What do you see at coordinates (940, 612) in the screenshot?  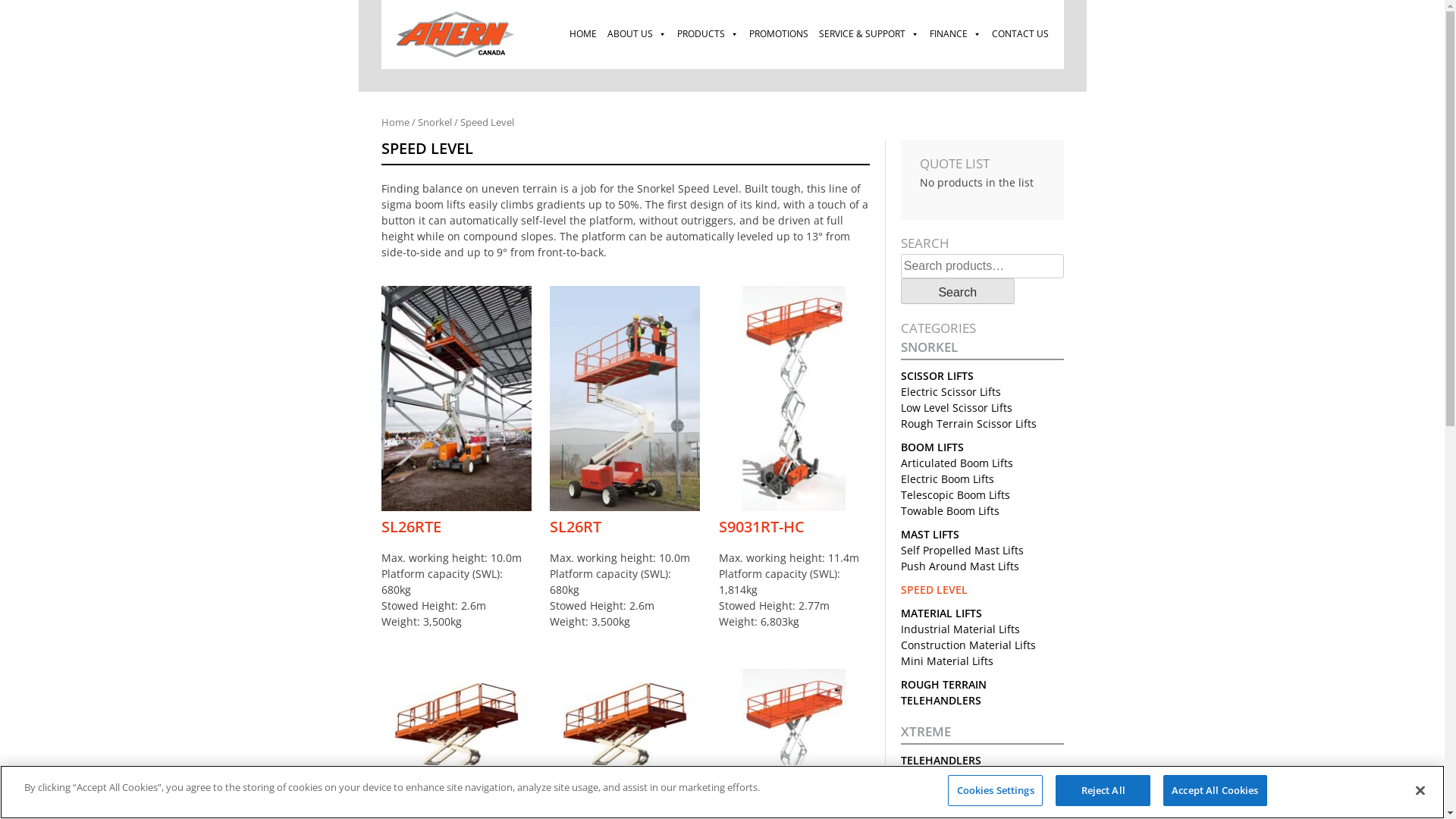 I see `'MATERIAL LIFTS'` at bounding box center [940, 612].